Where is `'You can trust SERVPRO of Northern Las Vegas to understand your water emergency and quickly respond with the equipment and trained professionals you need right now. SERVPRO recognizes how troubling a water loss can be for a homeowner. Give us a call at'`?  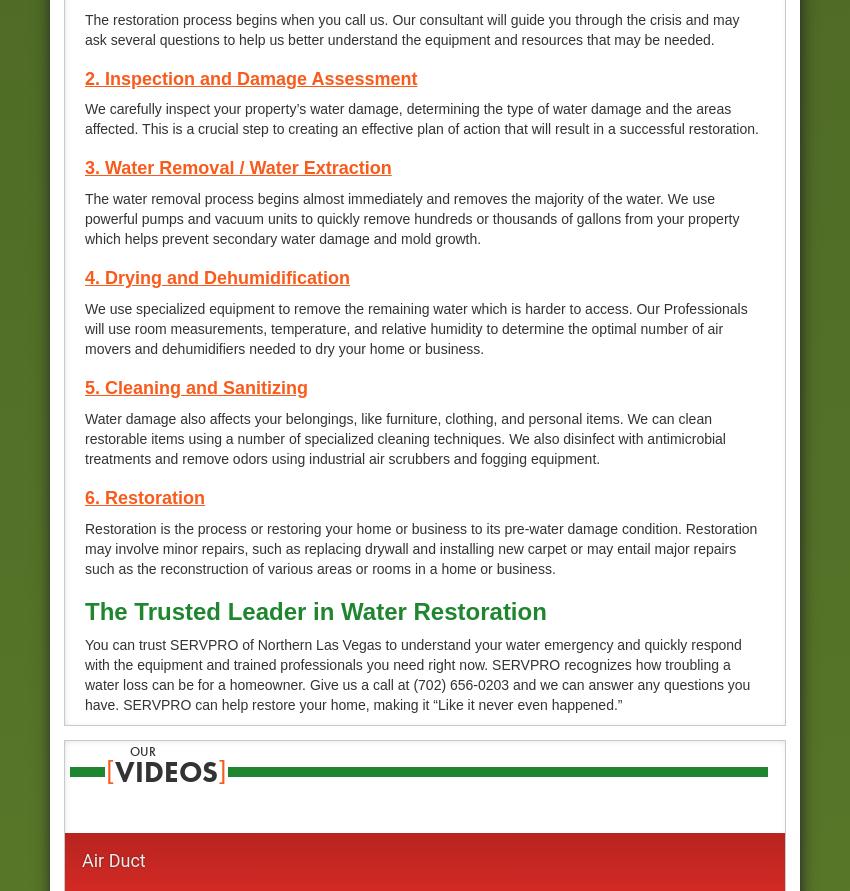
'You can trust SERVPRO of Northern Las Vegas to understand your water emergency and quickly respond with the equipment and trained professionals you need right now. SERVPRO recognizes how troubling a water loss can be for a homeowner. Give us a call at' is located at coordinates (413, 664).